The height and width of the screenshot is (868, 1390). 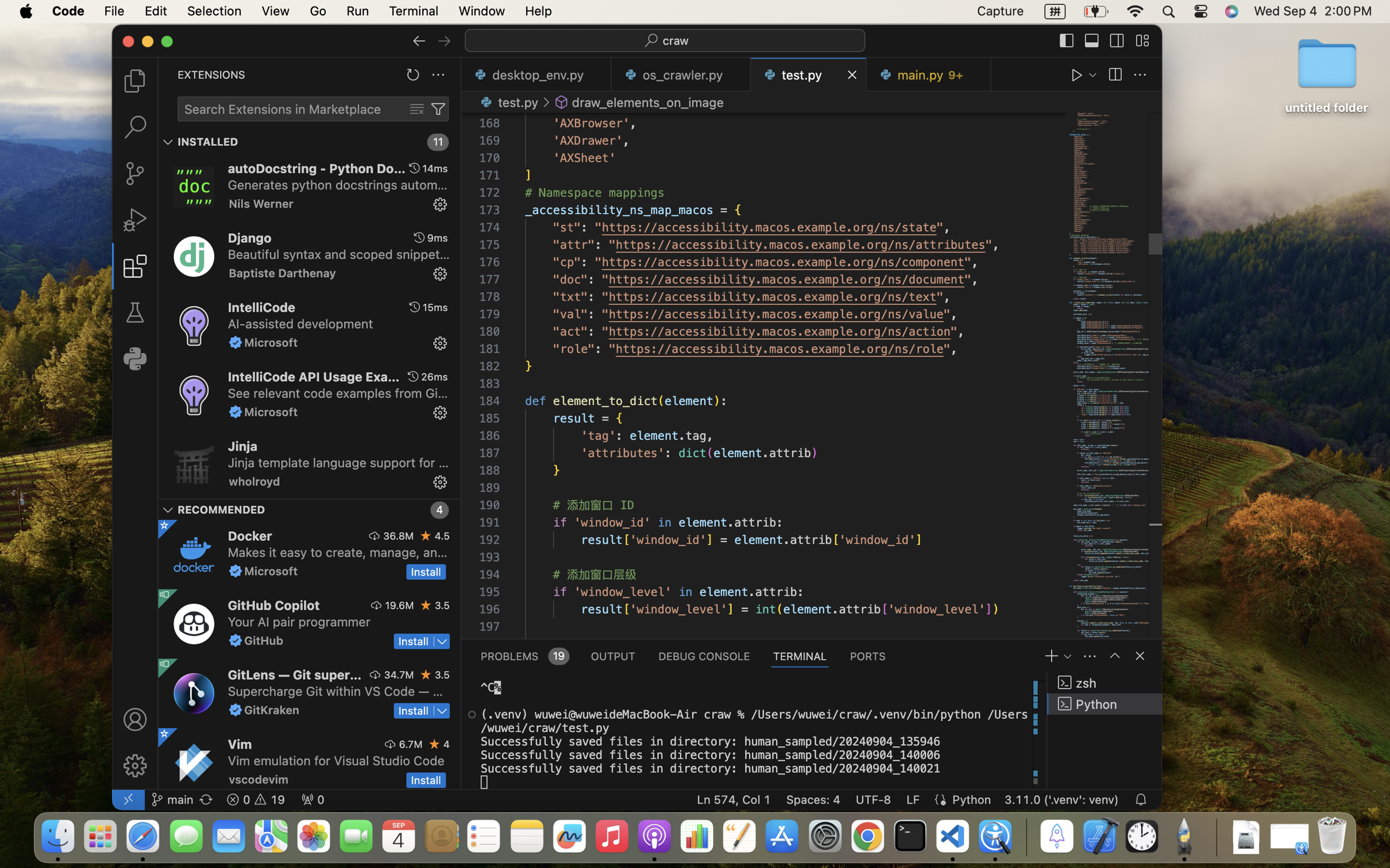 What do you see at coordinates (439, 204) in the screenshot?
I see `''` at bounding box center [439, 204].